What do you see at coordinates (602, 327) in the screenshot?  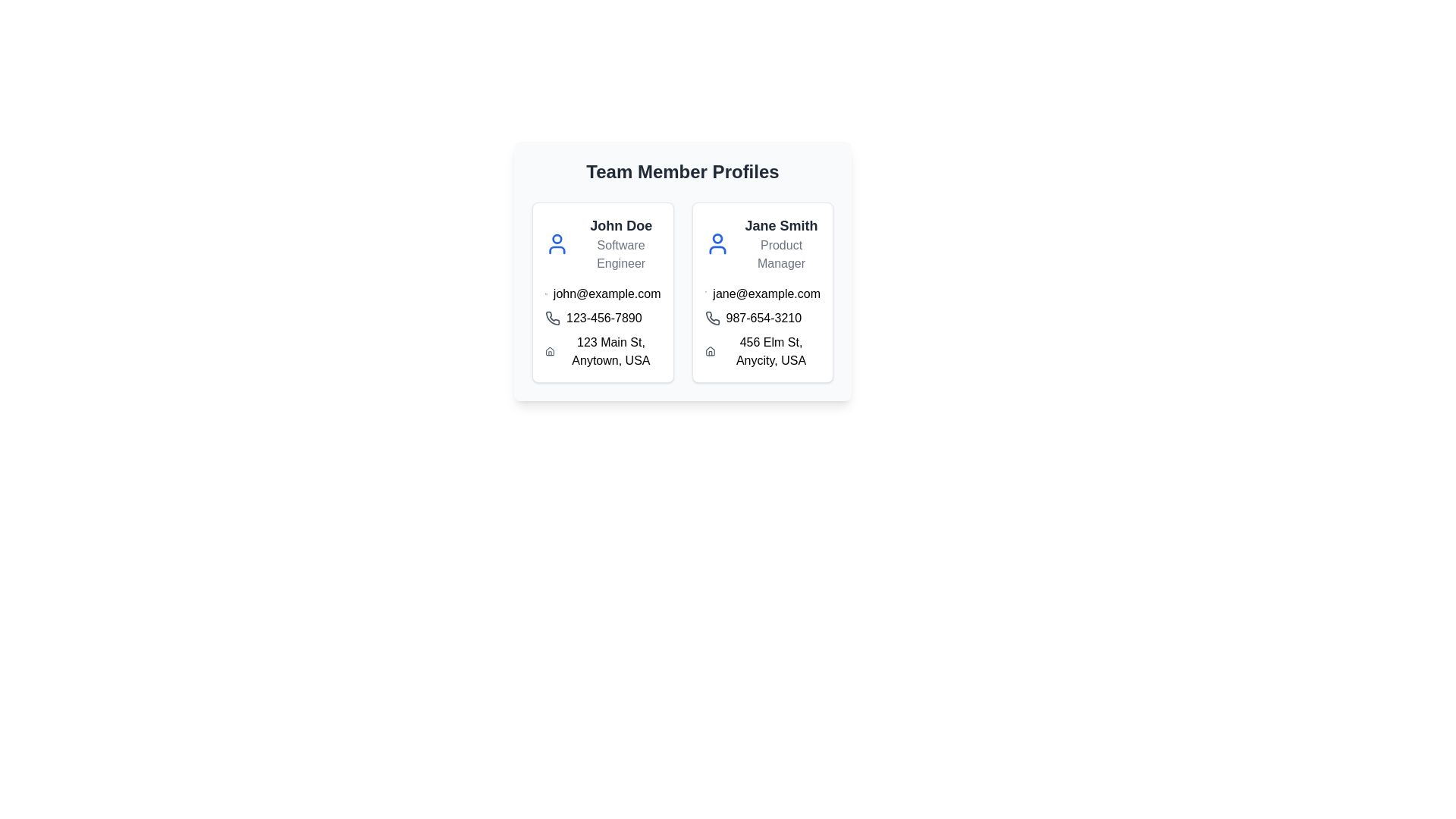 I see `the Contact Information Segment that contains an email address, phone number, and physical address, positioned below the name 'John Doe' and the job title 'Software Engineer'` at bounding box center [602, 327].